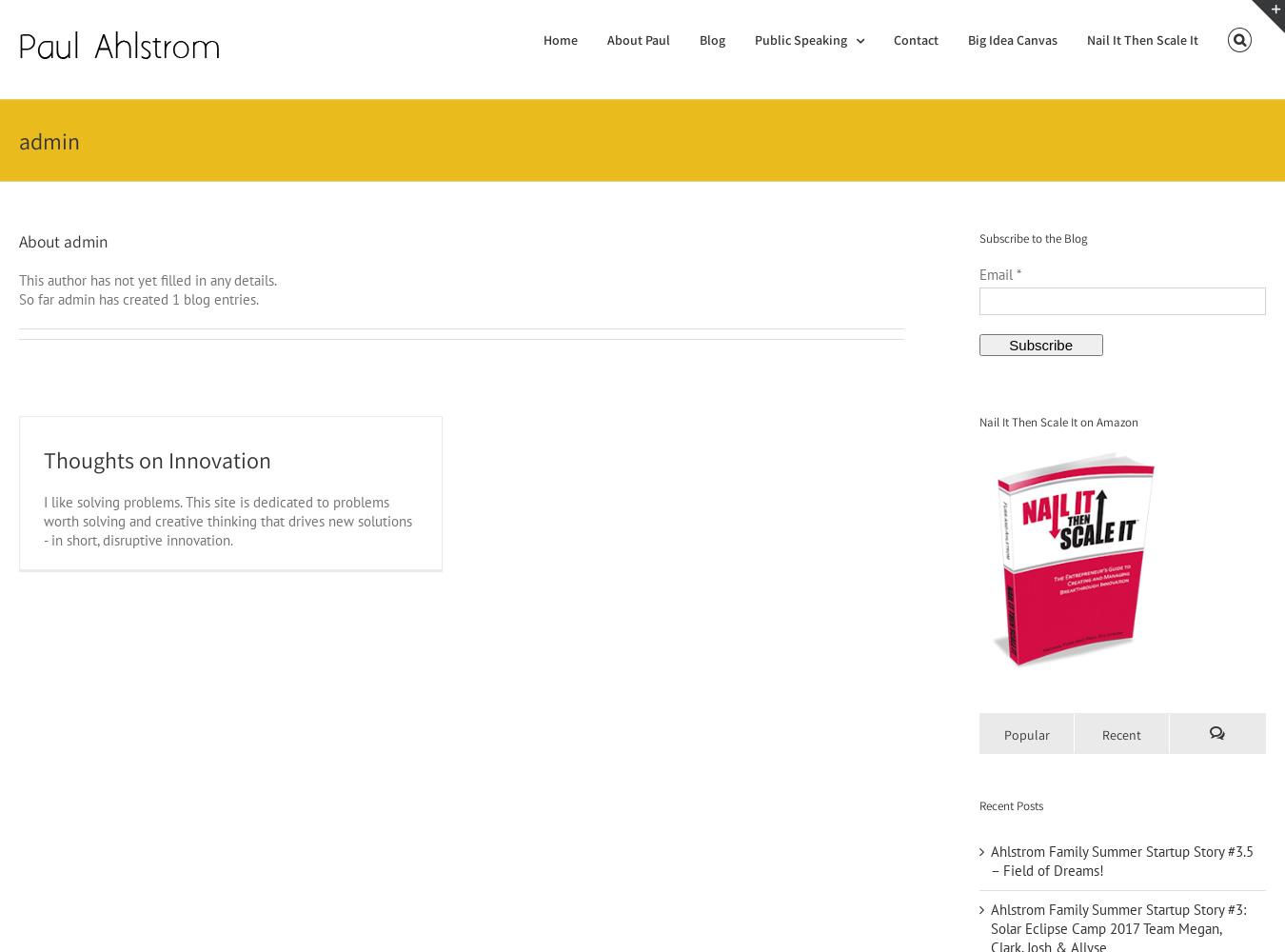 The image size is (1285, 952). I want to click on 'Subscribe to the Blog', so click(1032, 238).